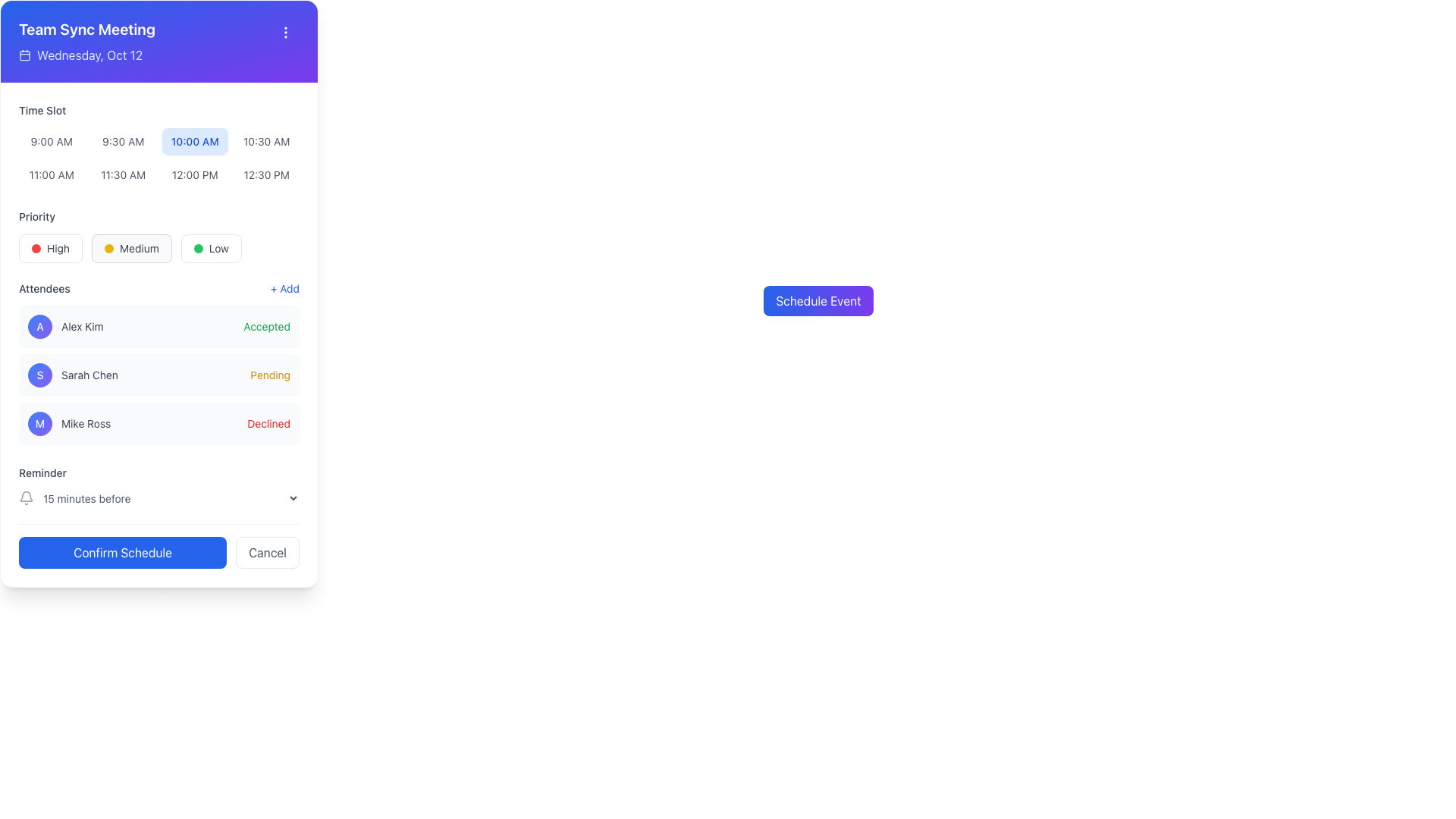 This screenshot has height=819, width=1456. What do you see at coordinates (817, 301) in the screenshot?
I see `the central button designed` at bounding box center [817, 301].